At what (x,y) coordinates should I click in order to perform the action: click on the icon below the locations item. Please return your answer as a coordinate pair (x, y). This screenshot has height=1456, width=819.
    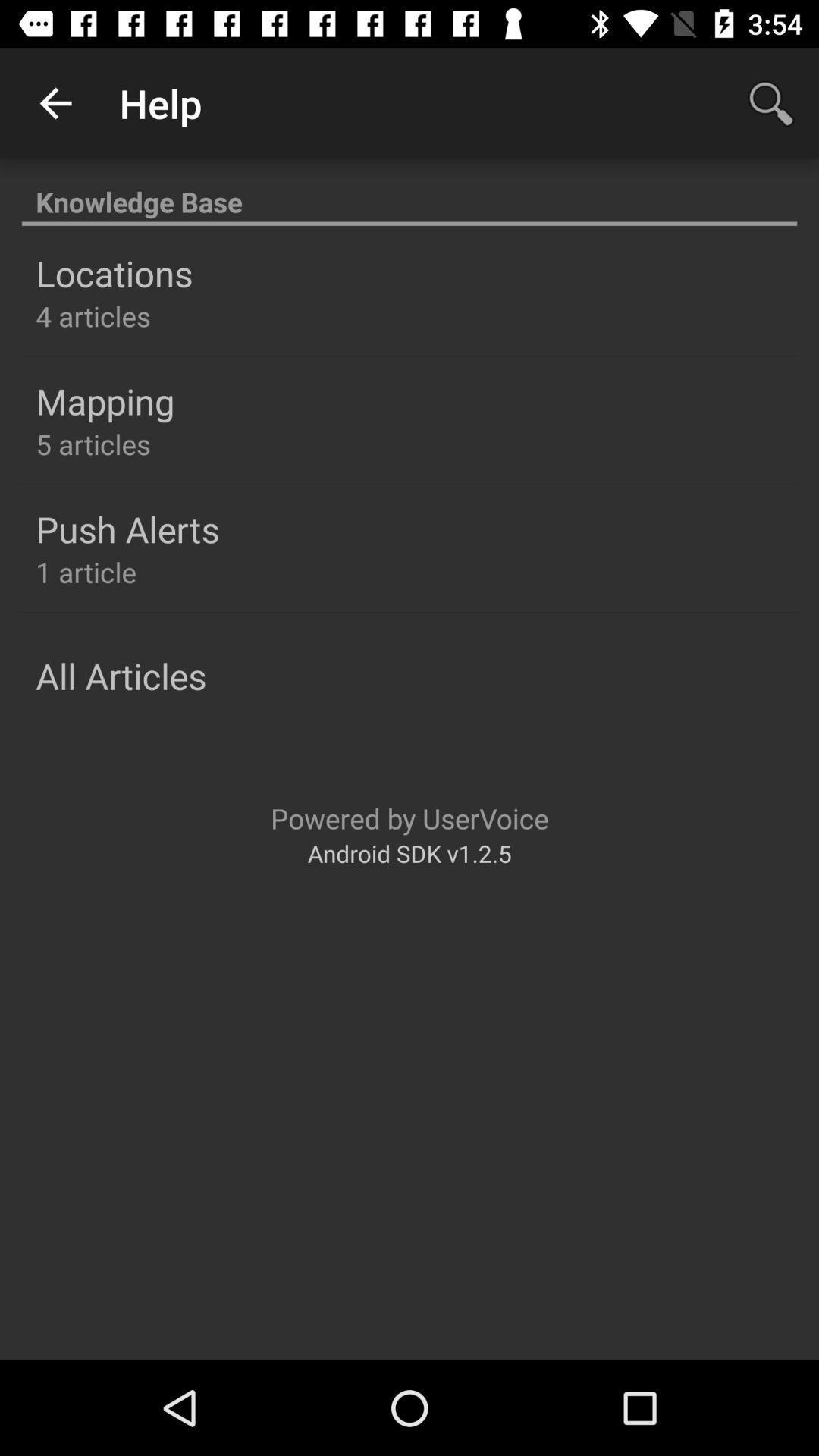
    Looking at the image, I should click on (93, 315).